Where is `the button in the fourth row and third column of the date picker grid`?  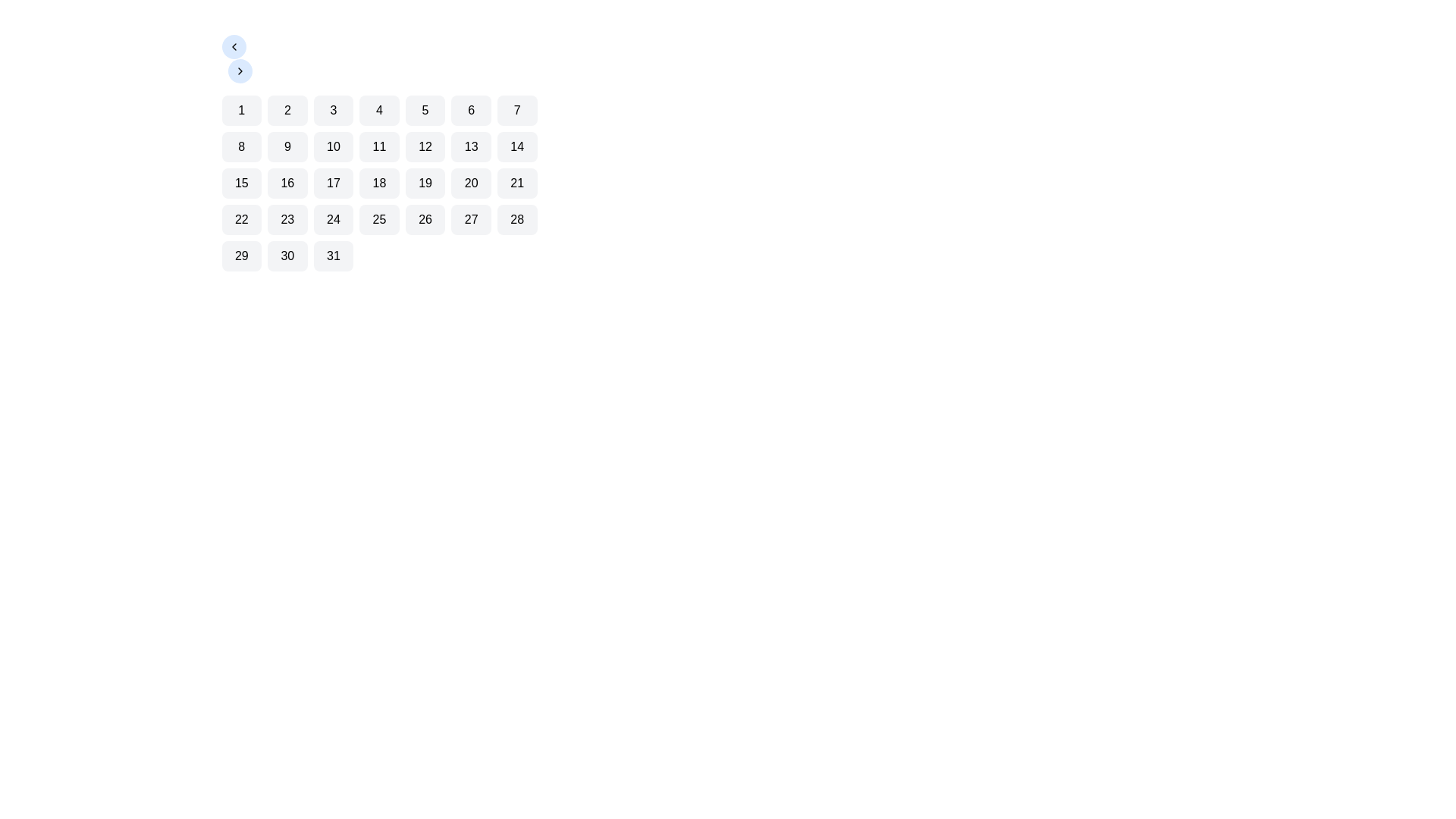
the button in the fourth row and third column of the date picker grid is located at coordinates (332, 219).